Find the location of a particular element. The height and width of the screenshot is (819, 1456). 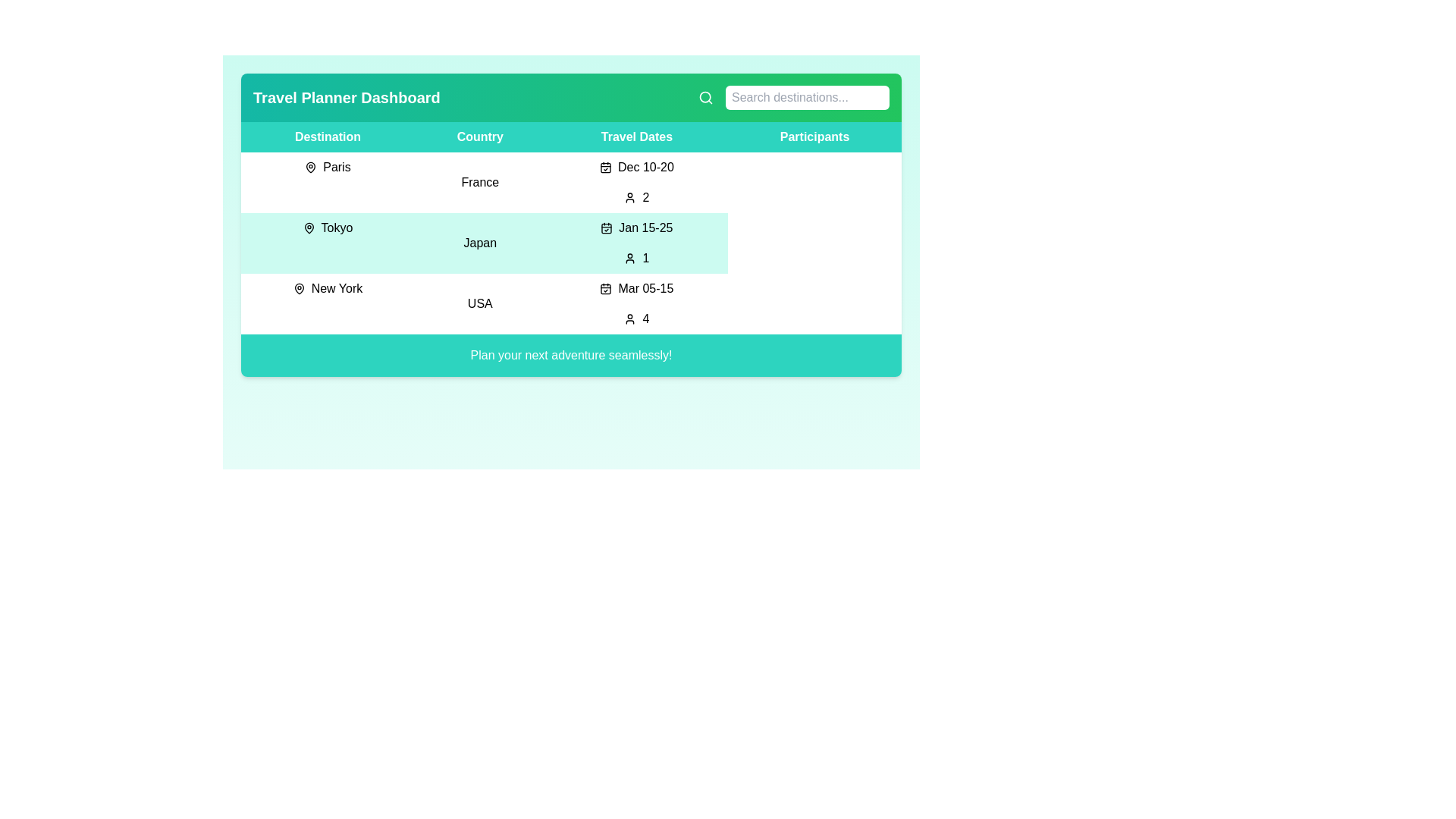

the text label displaying 'France' located in the 'Country' column for the 'Paris' destination is located at coordinates (479, 181).